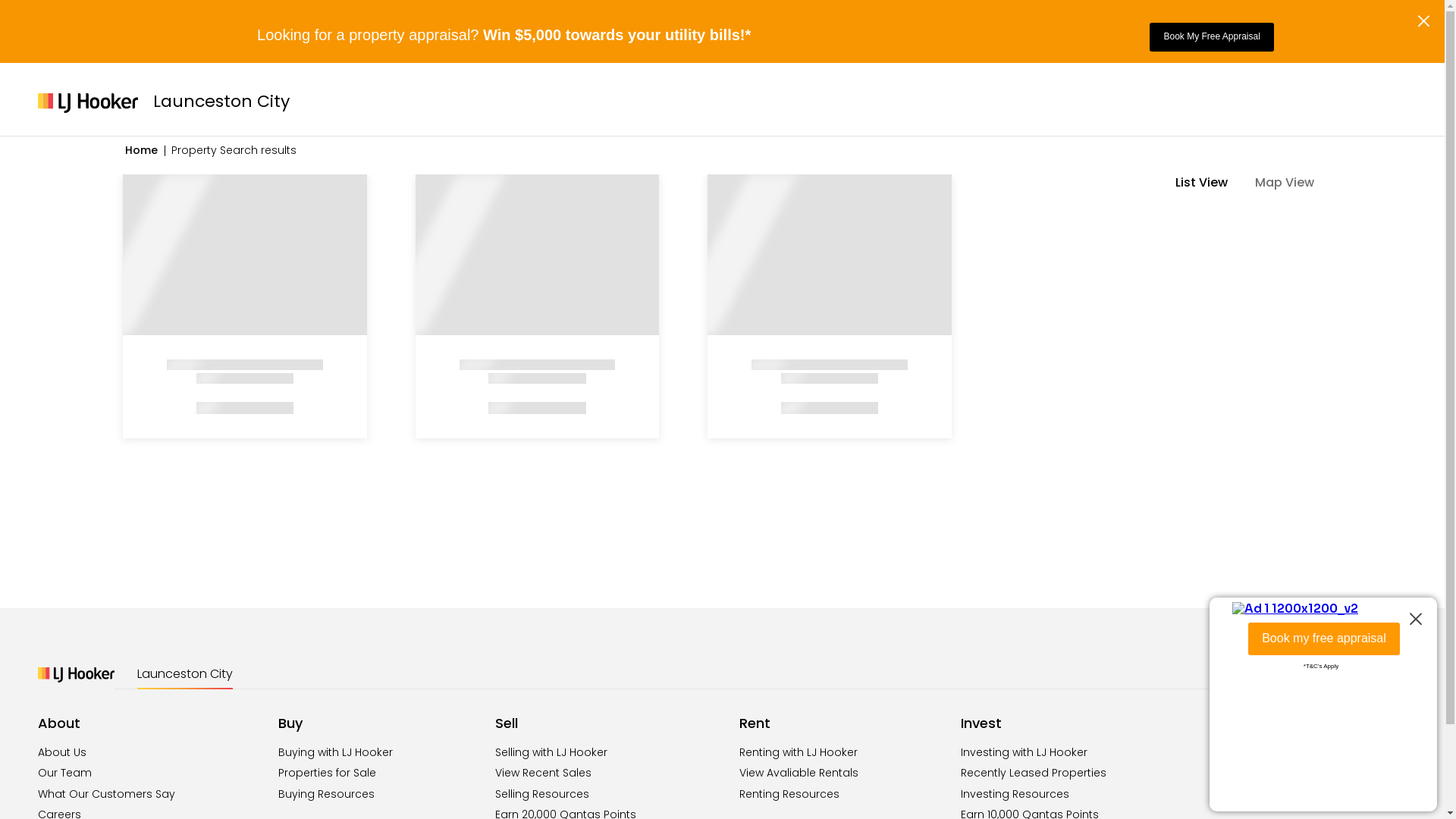  I want to click on 'Investing with LJ Hooker', so click(1024, 752).